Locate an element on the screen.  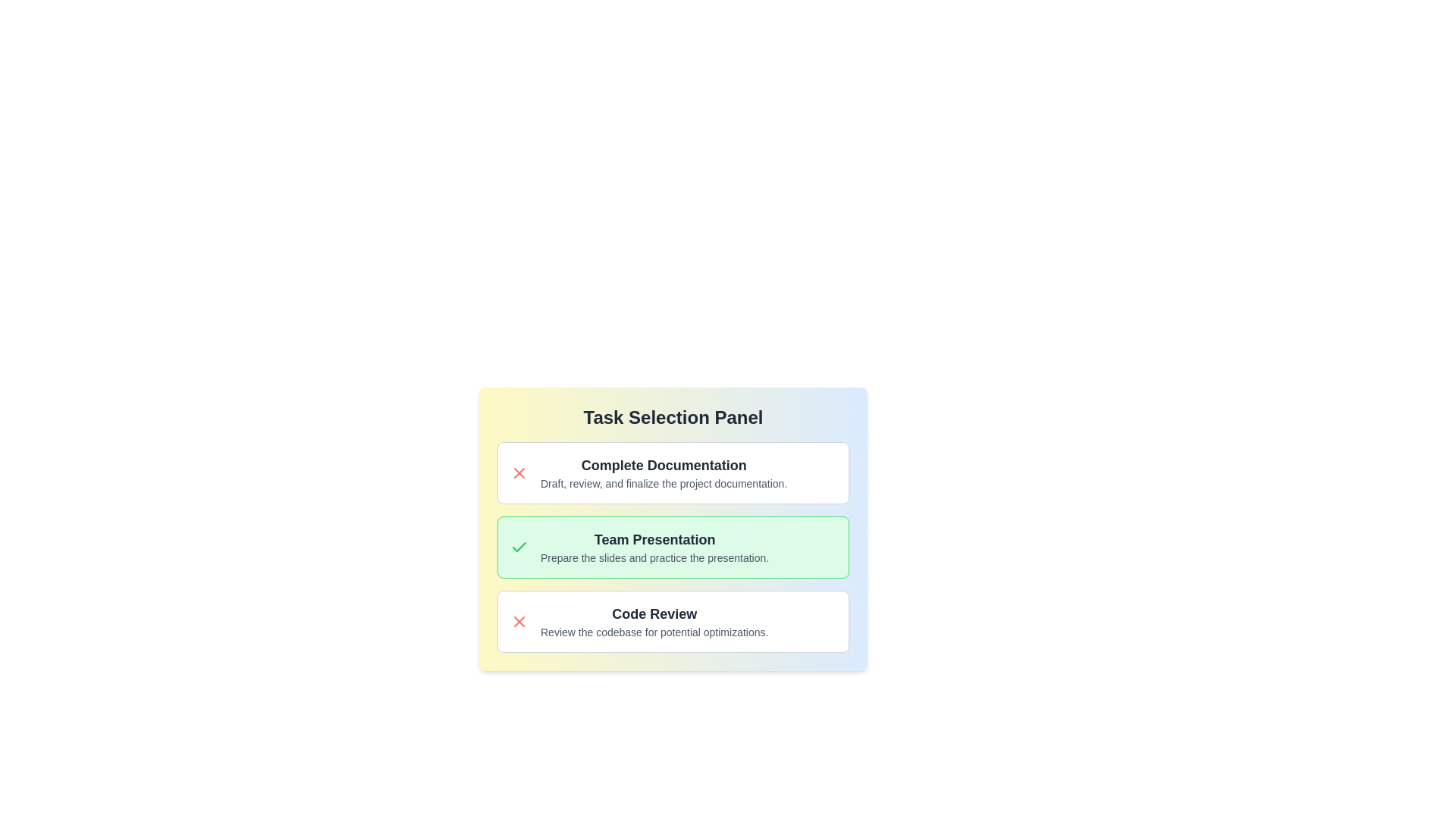
the List item card labeled 'Team Presentation' is located at coordinates (673, 529).